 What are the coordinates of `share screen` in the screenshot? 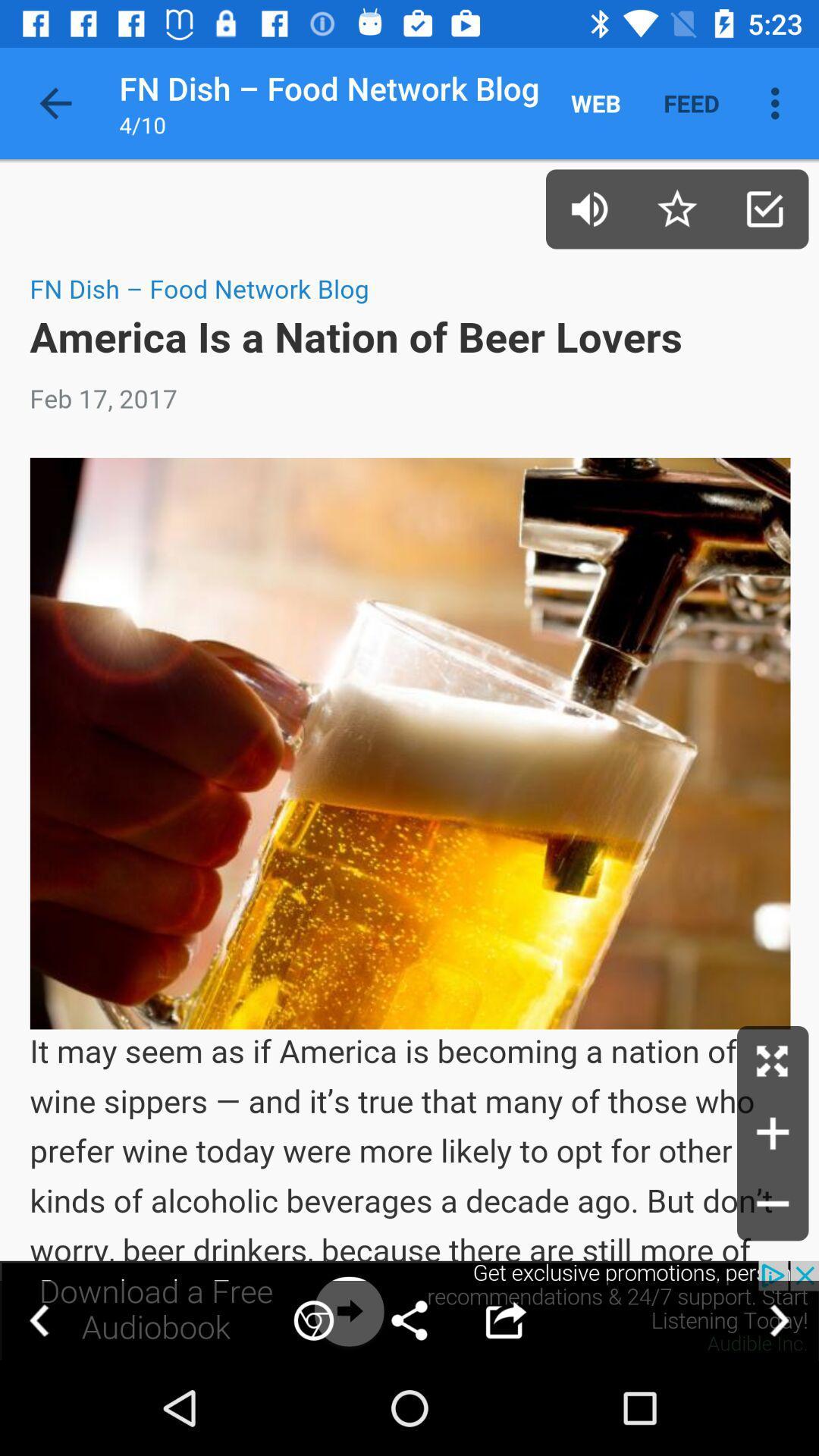 It's located at (409, 1310).